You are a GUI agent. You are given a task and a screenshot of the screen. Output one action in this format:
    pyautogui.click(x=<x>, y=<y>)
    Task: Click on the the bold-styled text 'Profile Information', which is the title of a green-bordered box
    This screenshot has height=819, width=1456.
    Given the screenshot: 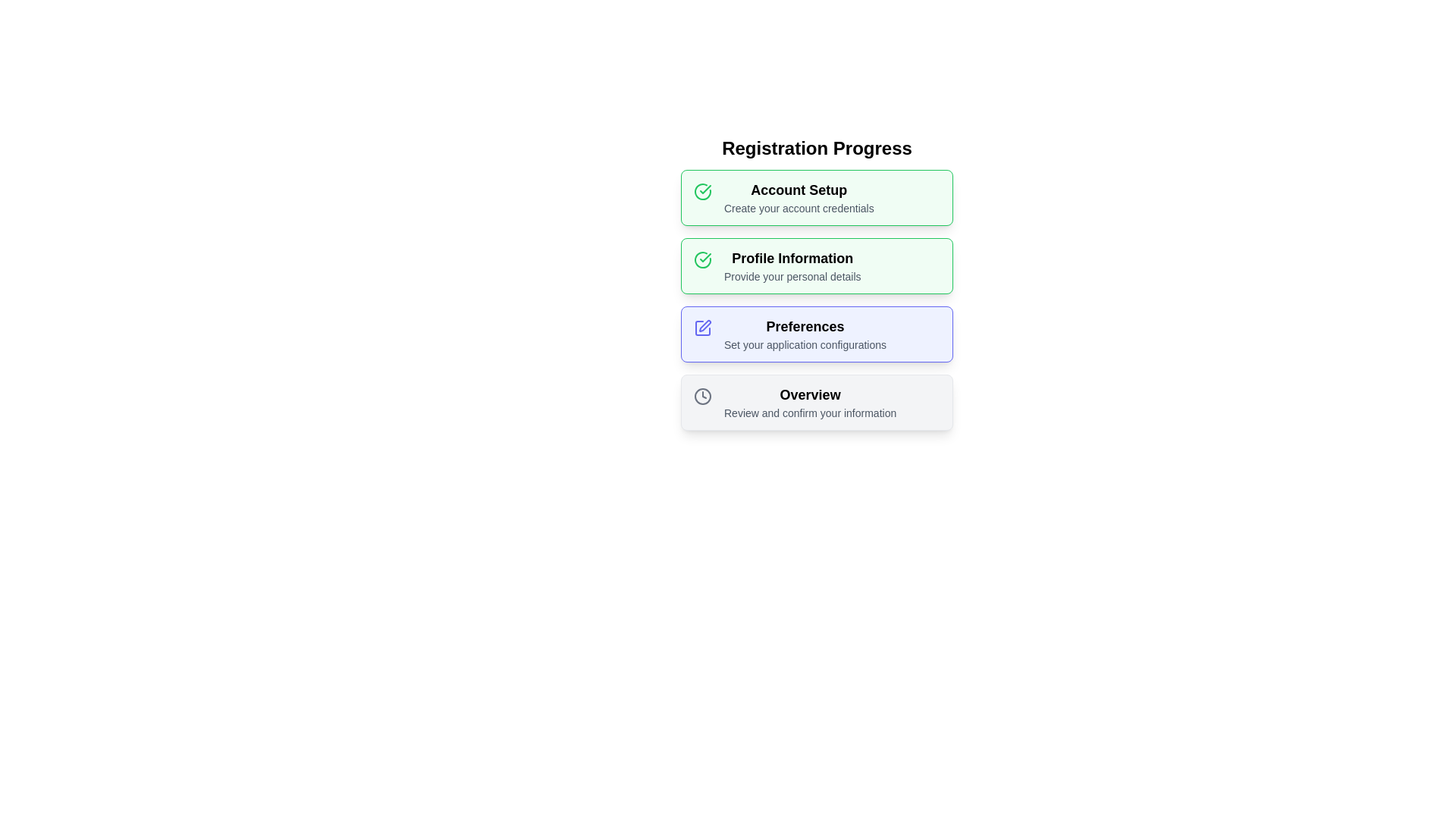 What is the action you would take?
    pyautogui.click(x=792, y=257)
    